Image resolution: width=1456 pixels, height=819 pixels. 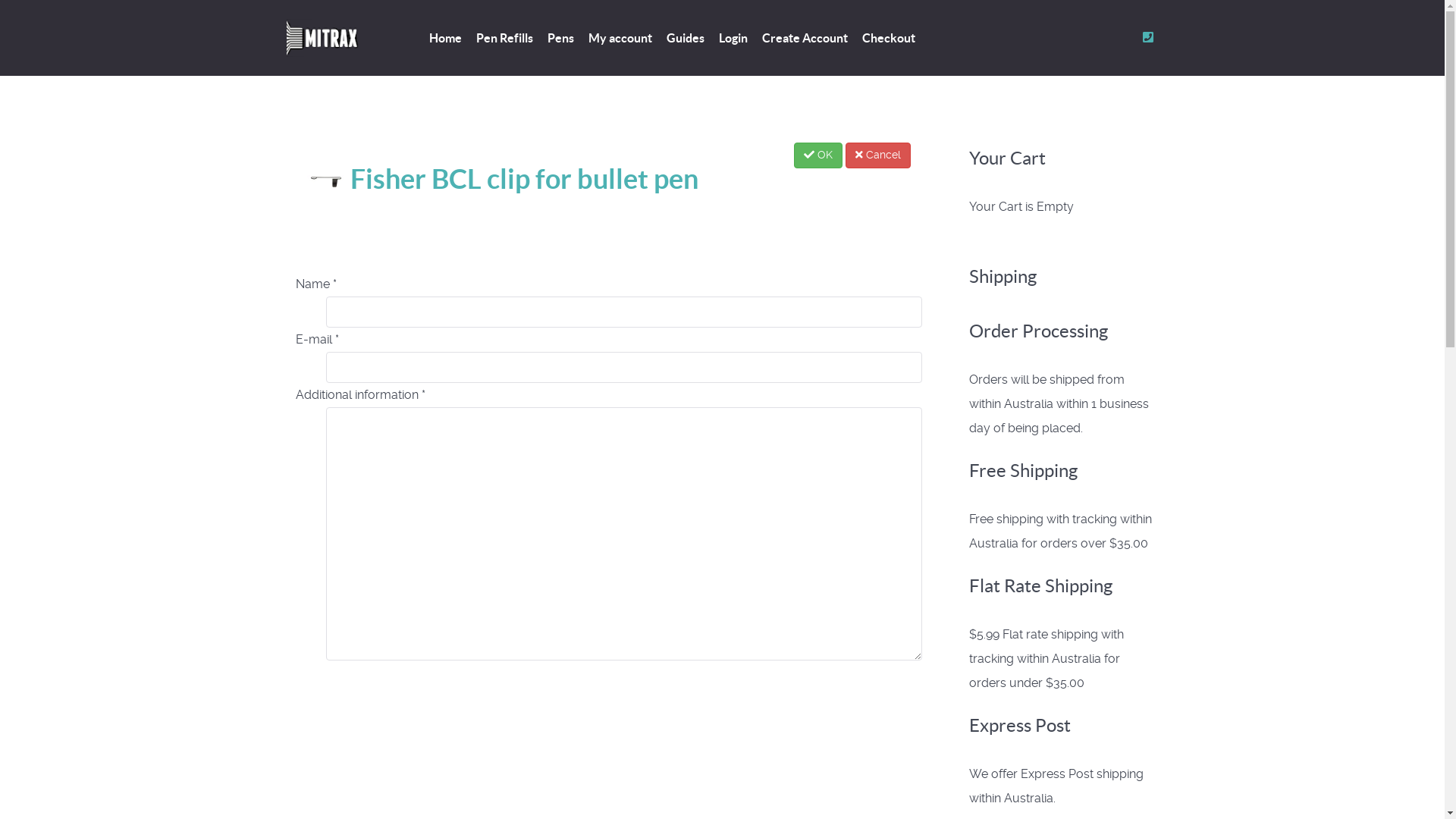 I want to click on 'Create Account', so click(x=803, y=38).